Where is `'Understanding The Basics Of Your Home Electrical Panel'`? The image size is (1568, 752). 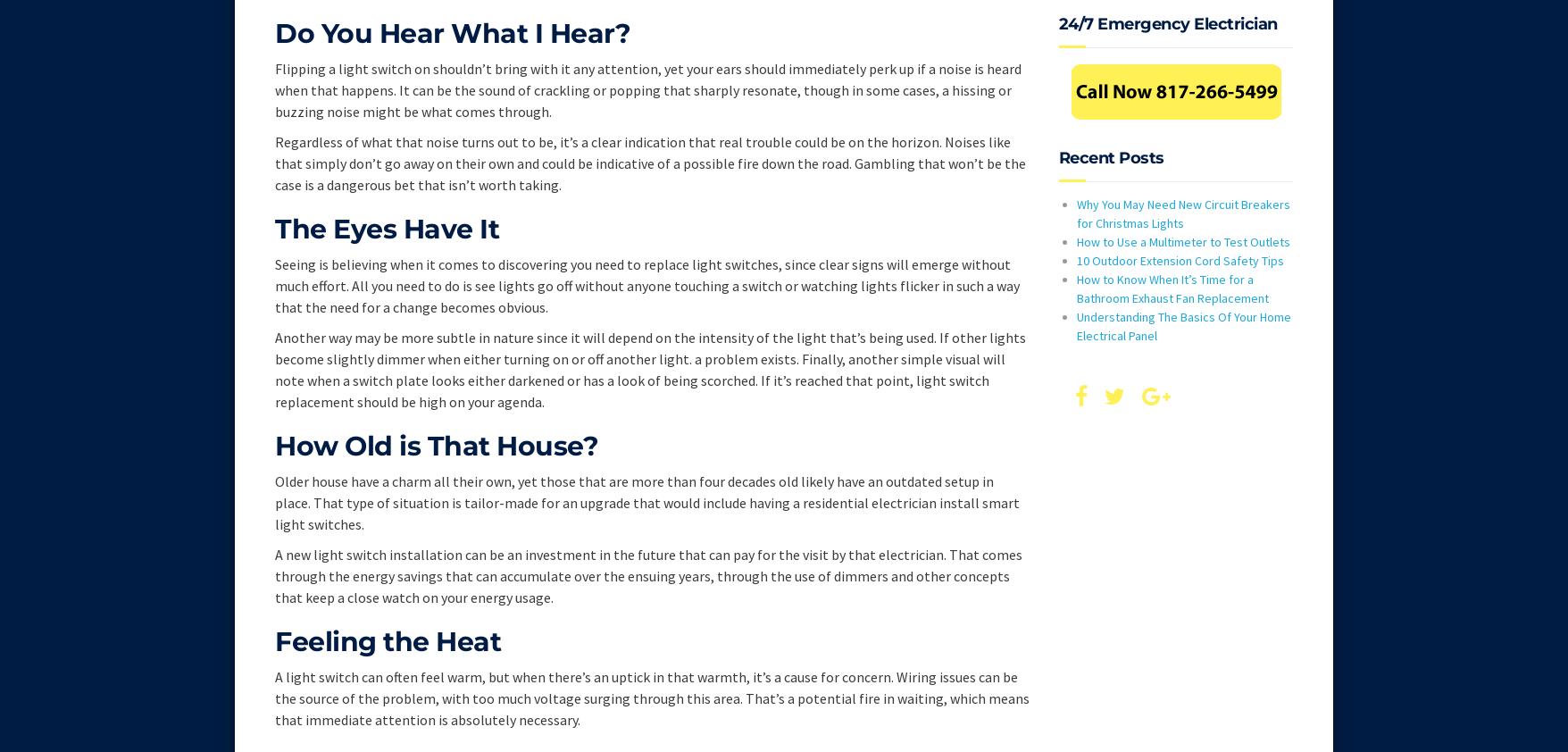 'Understanding The Basics Of Your Home Electrical Panel' is located at coordinates (1183, 325).